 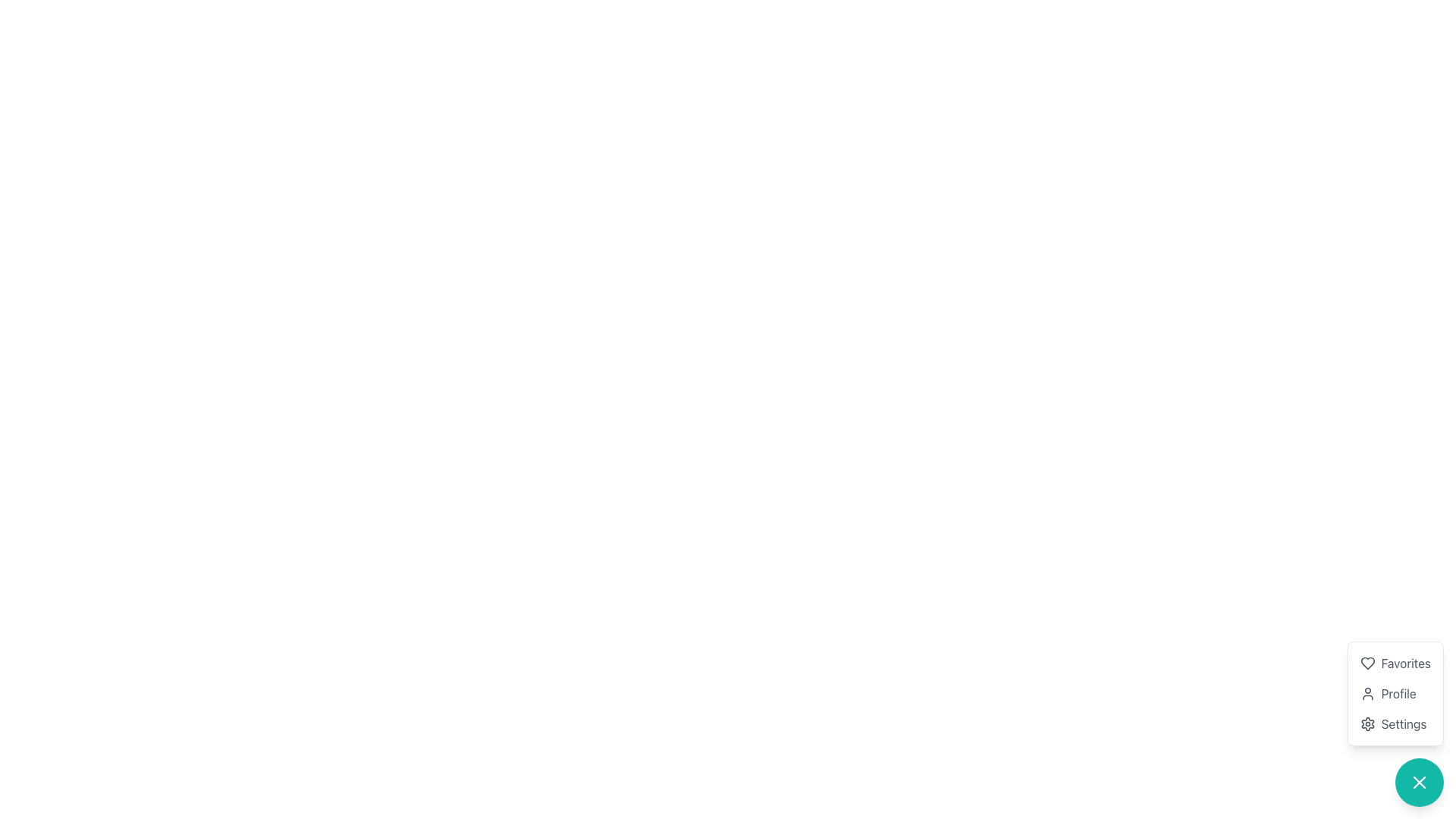 What do you see at coordinates (1367, 723) in the screenshot?
I see `the settings icon located at the top-left of the 'Settings' option in the menu items at the bottom-right of the interface` at bounding box center [1367, 723].